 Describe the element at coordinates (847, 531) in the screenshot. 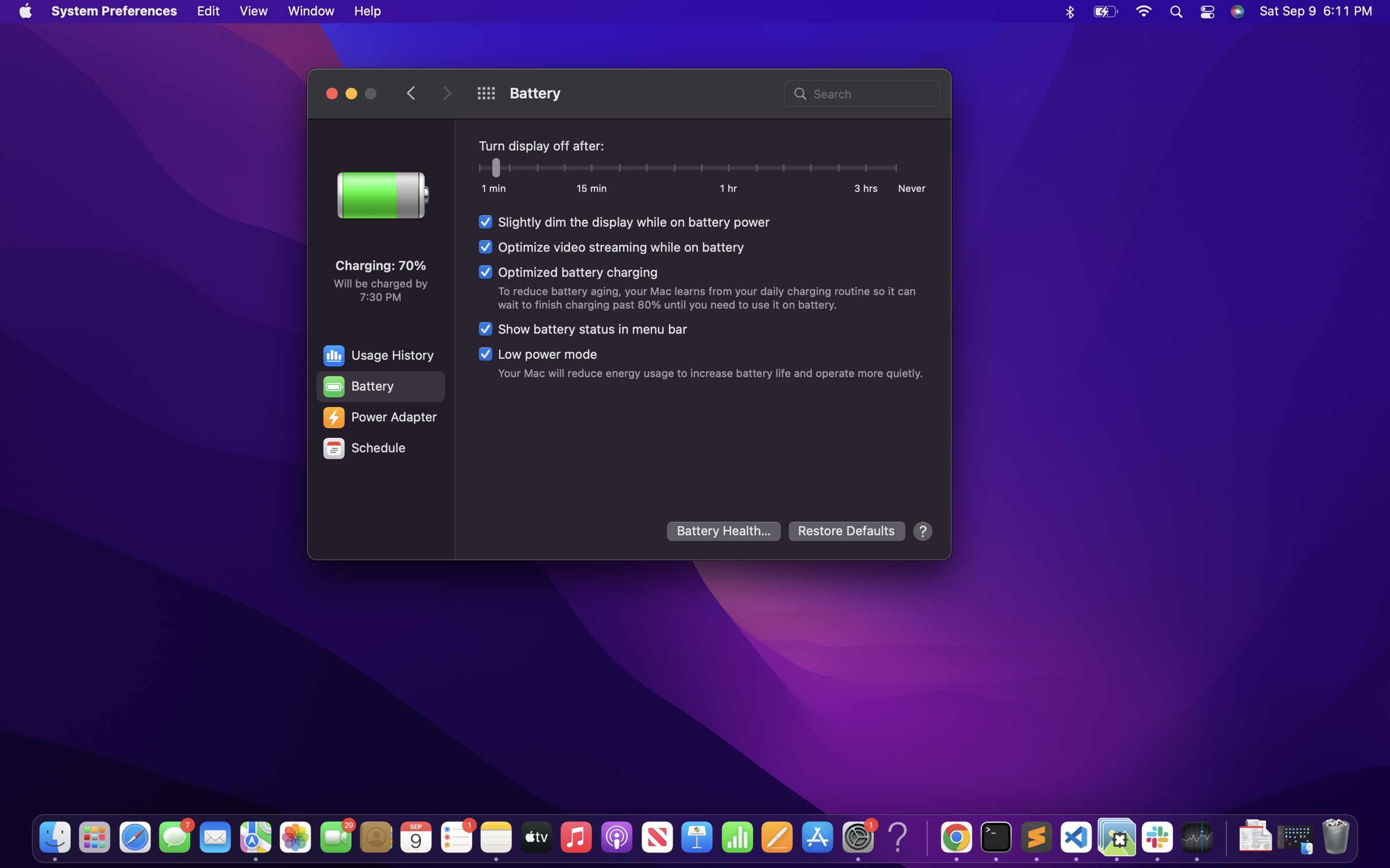

I see `all preferences to their original status` at that location.